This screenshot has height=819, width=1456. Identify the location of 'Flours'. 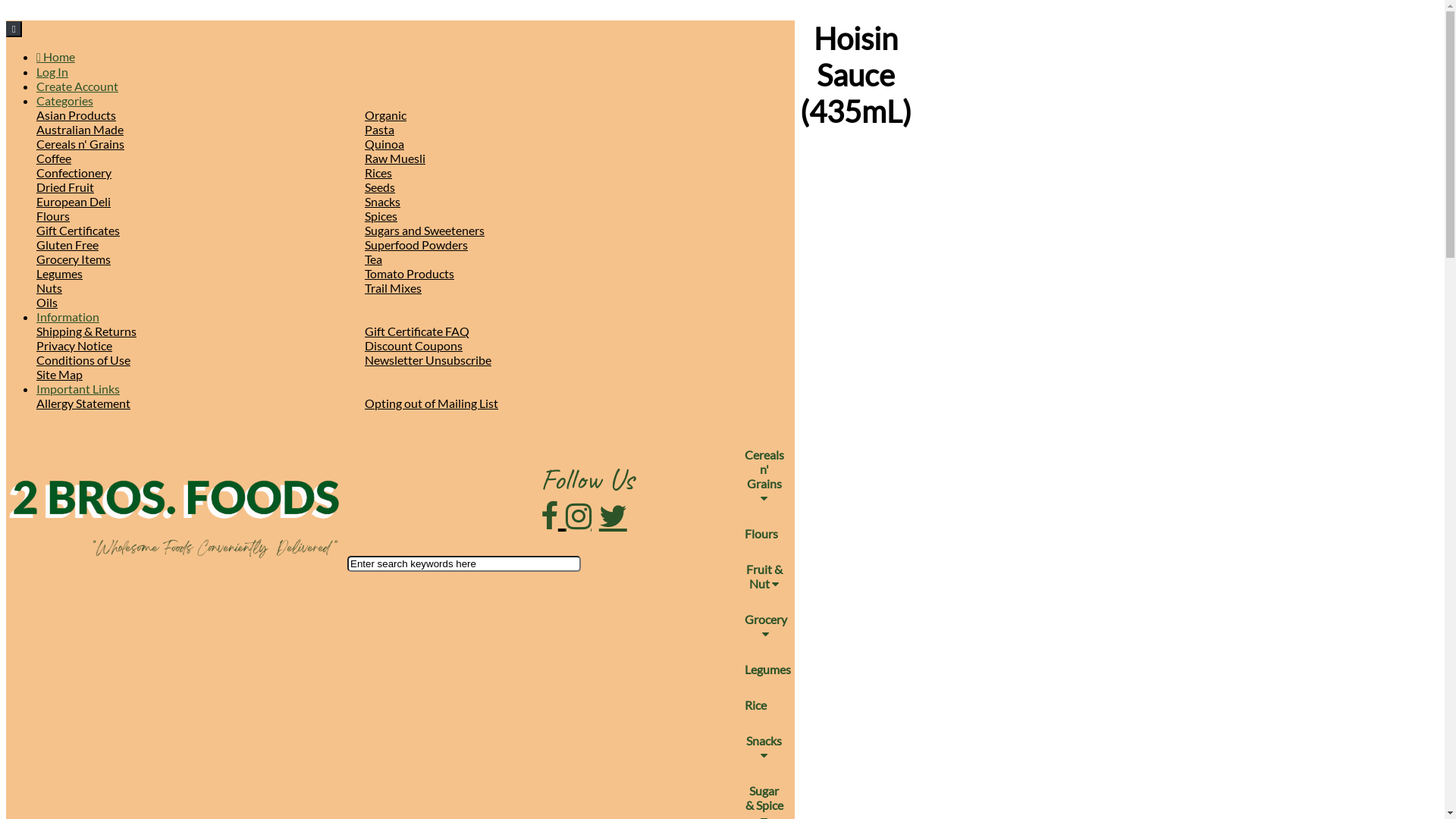
(53, 215).